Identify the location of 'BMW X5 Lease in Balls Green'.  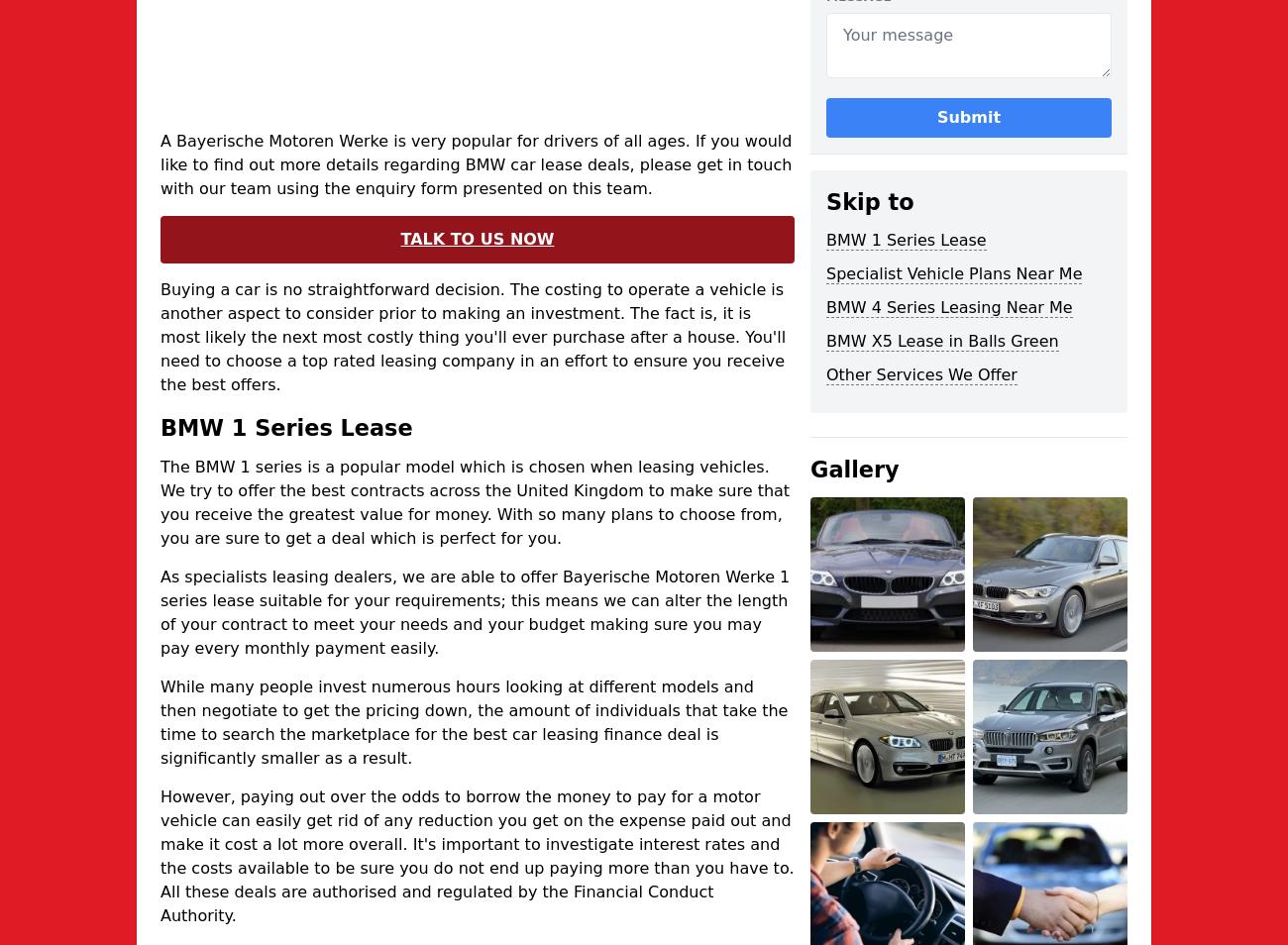
(941, 341).